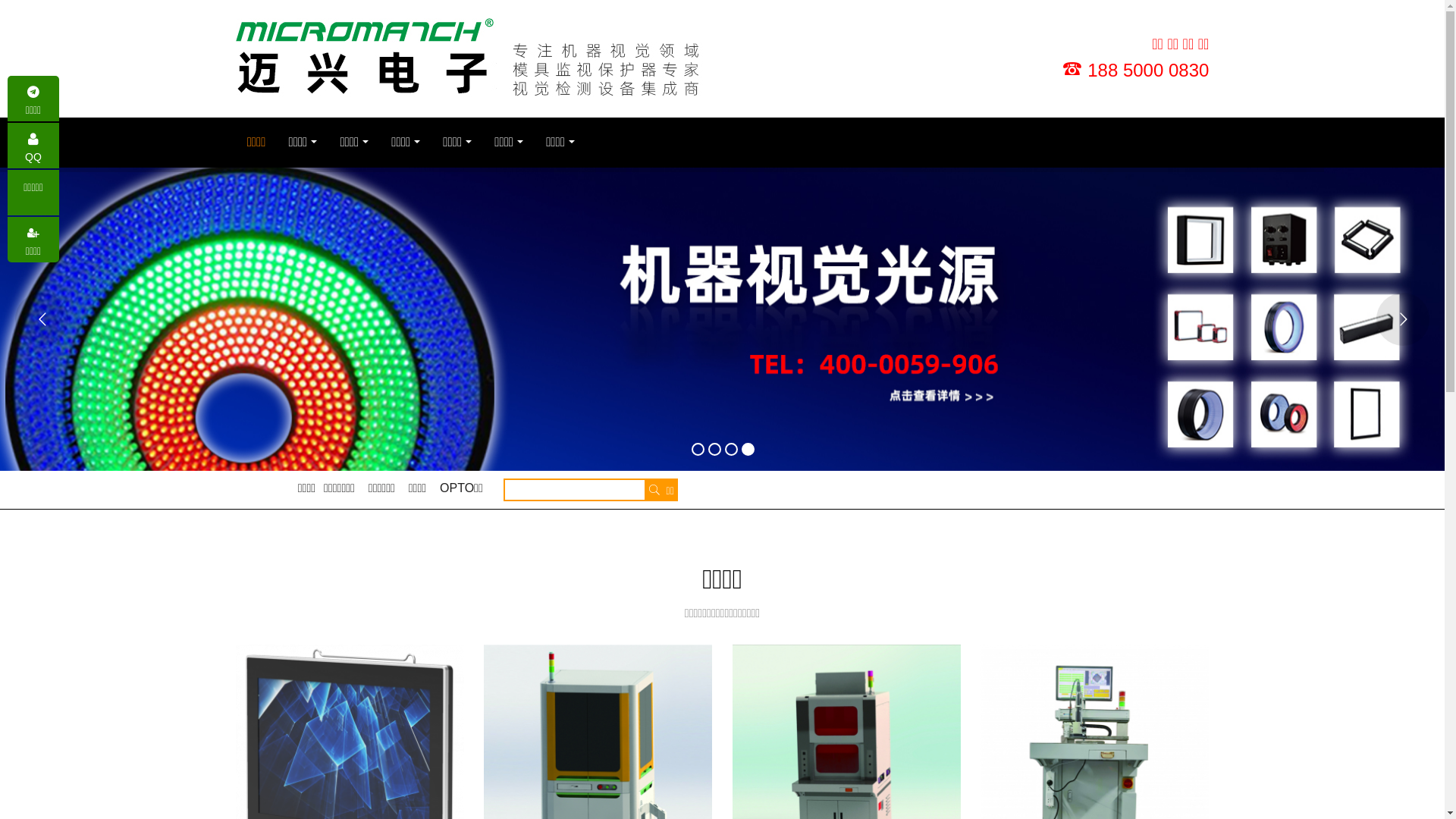  I want to click on 'QQ', so click(33, 146).